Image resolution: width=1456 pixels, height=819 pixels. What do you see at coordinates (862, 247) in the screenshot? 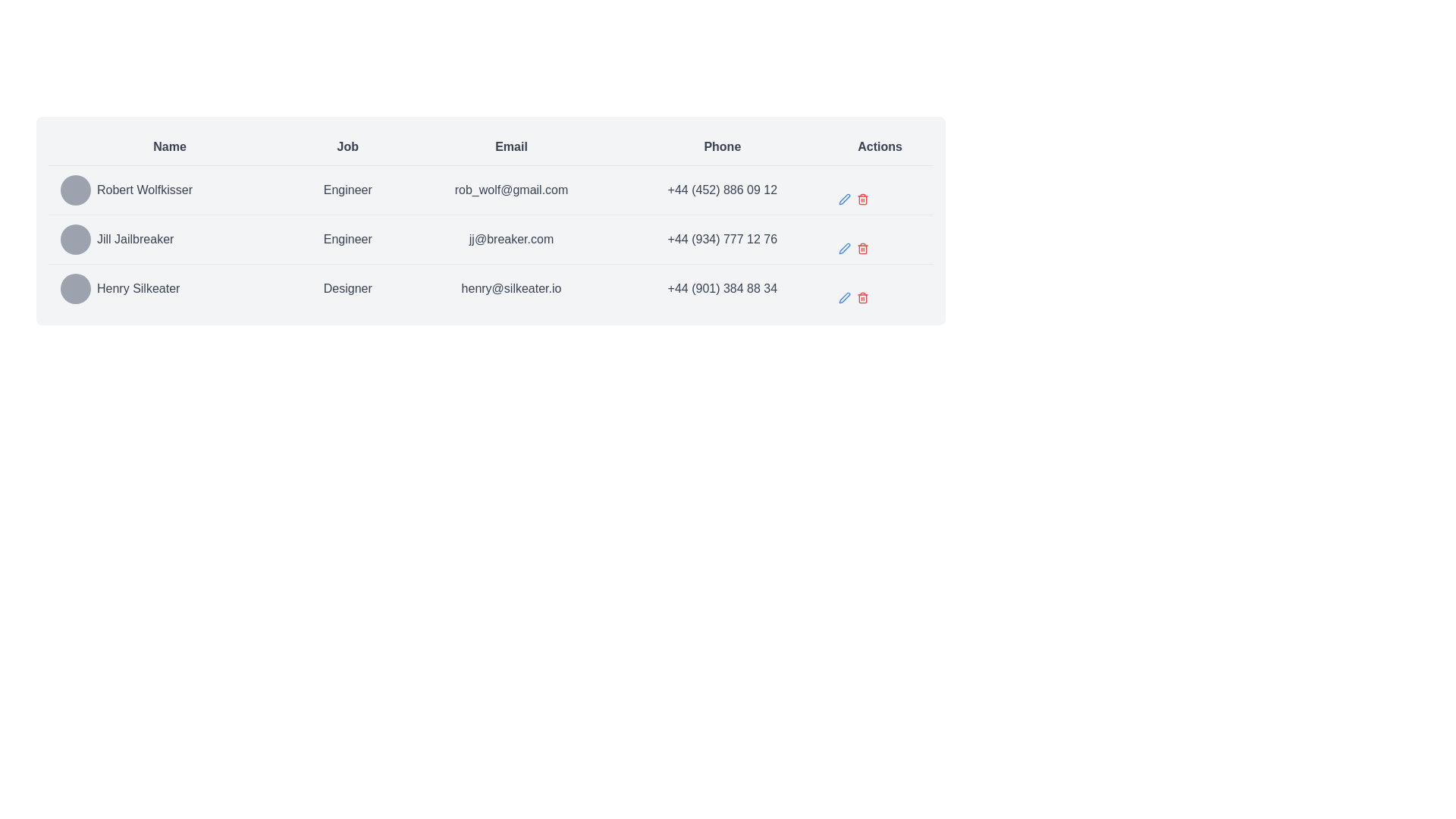
I see `the 'Delete' icon button in the second row under the 'Actions' column to initiate the delete action` at bounding box center [862, 247].